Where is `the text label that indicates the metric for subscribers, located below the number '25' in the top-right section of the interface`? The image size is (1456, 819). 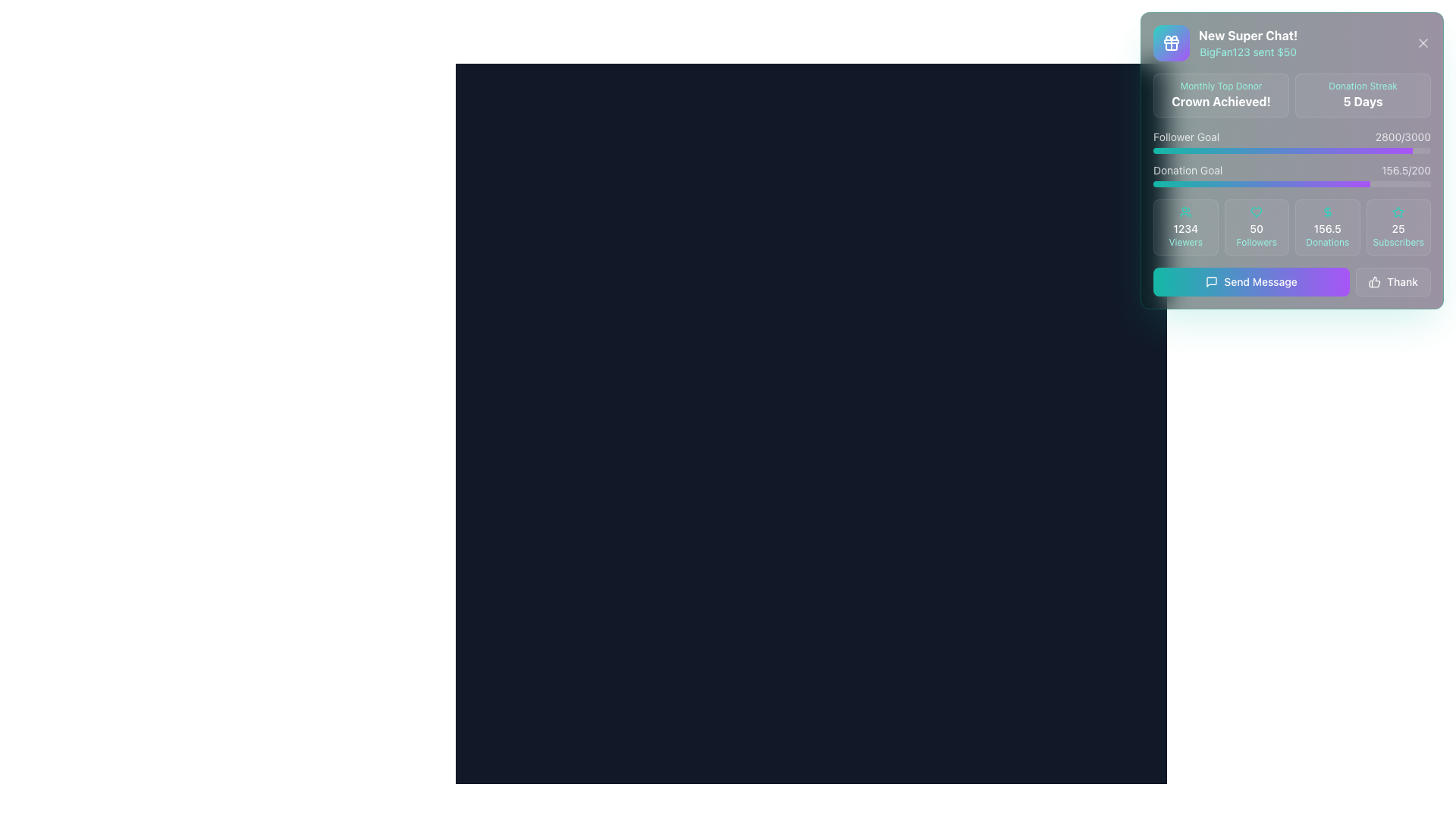
the text label that indicates the metric for subscribers, located below the number '25' in the top-right section of the interface is located at coordinates (1398, 242).